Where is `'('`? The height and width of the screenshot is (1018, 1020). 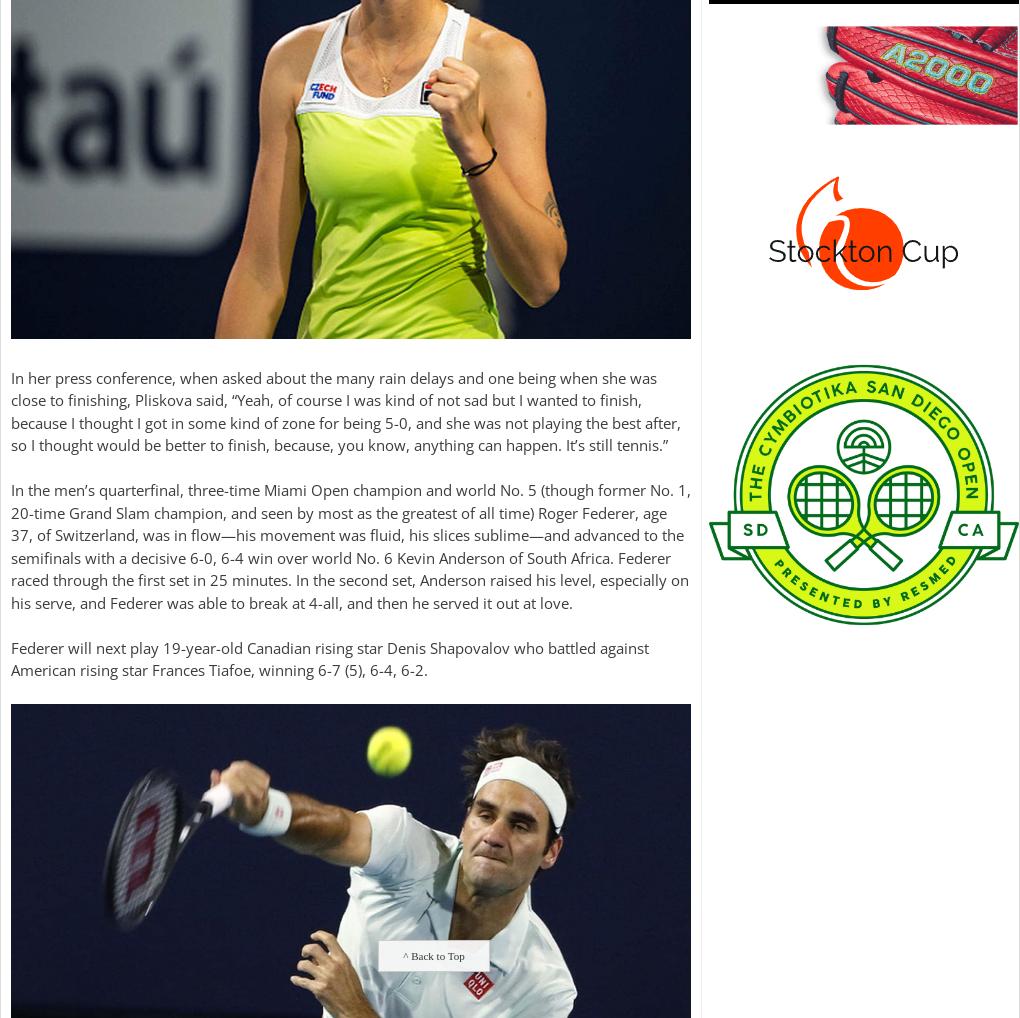 '(' is located at coordinates (343, 670).